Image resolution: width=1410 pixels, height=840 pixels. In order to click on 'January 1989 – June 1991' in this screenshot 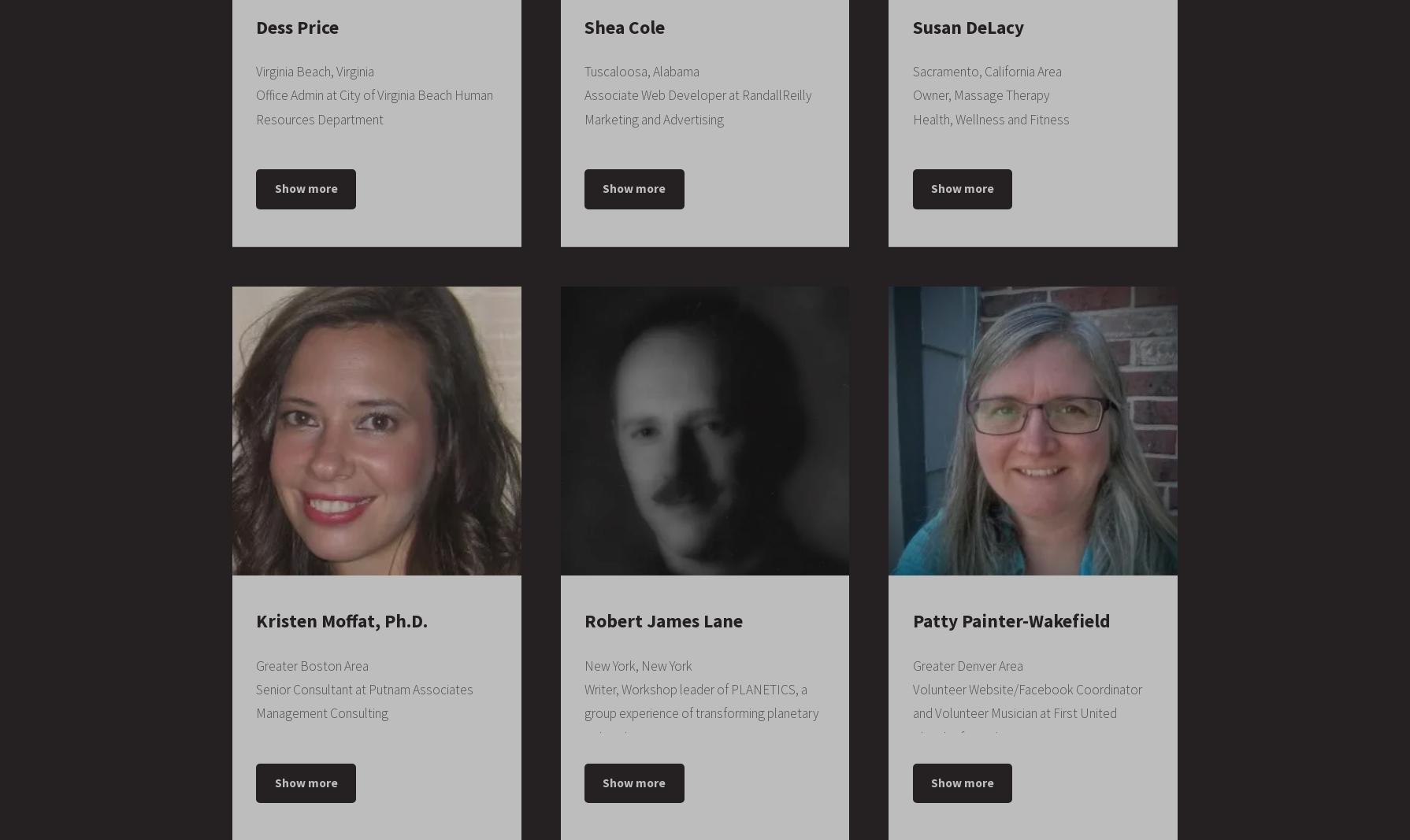, I will do `click(911, 299)`.